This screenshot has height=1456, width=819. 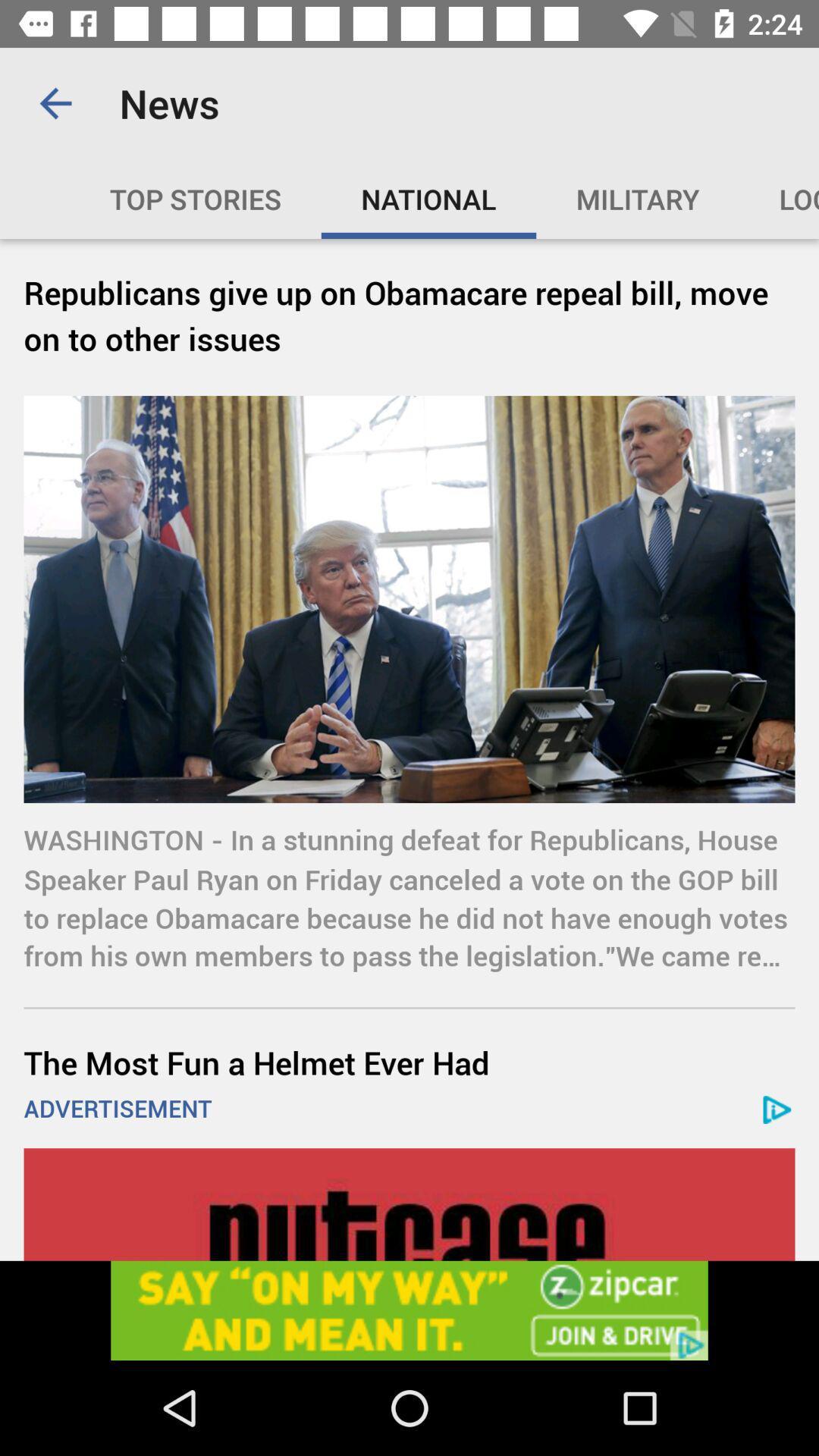 What do you see at coordinates (409, 1310) in the screenshot?
I see `advertisement` at bounding box center [409, 1310].